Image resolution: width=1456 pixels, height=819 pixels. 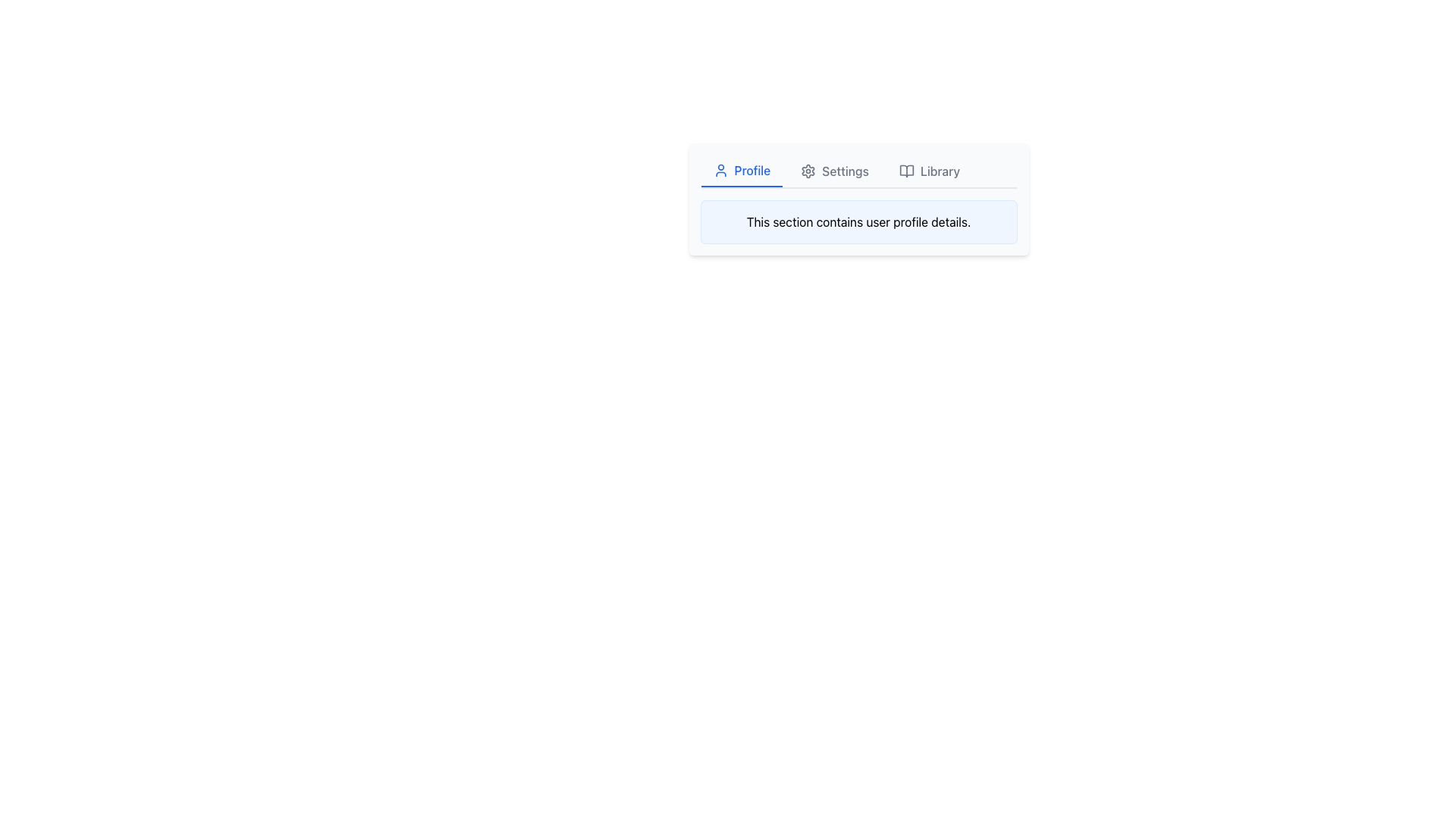 What do you see at coordinates (906, 171) in the screenshot?
I see `the small open book icon located in the third tab labeled 'Library', which is positioned immediately to the left of the 'Library' text in the top-right section of the interface` at bounding box center [906, 171].